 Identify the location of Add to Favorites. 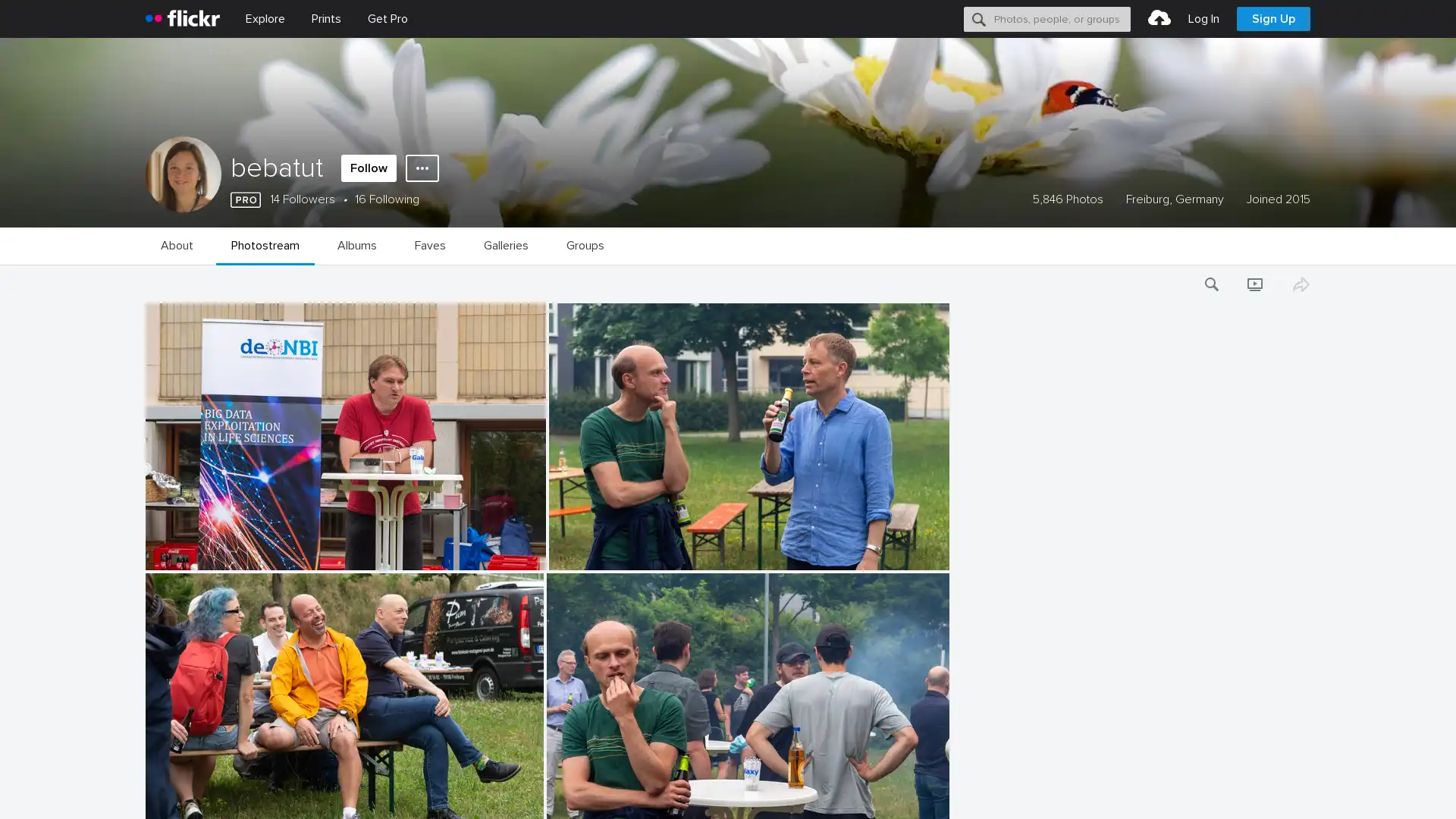
(884, 809).